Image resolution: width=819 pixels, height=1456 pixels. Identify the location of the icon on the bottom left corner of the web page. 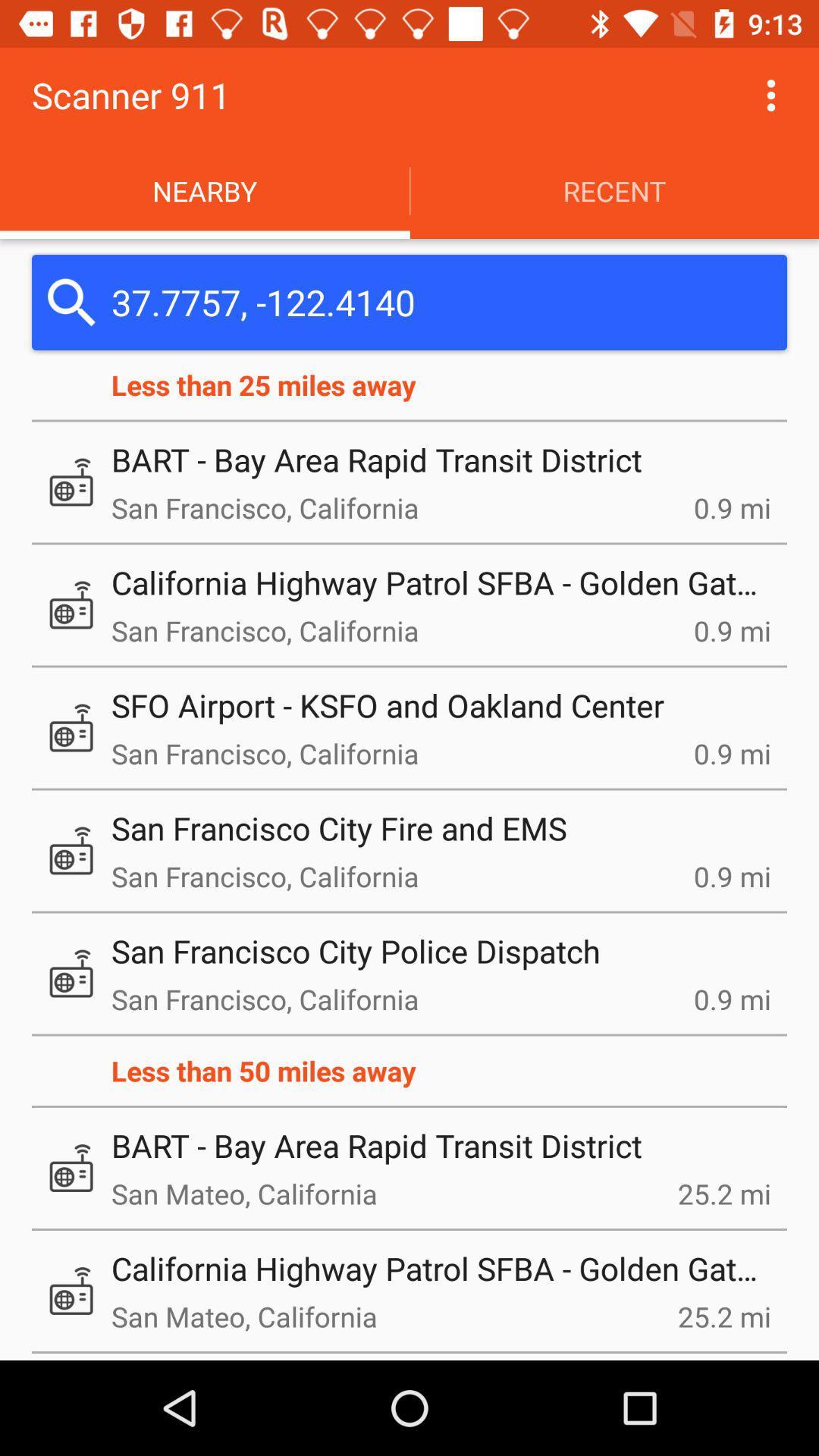
(71, 1290).